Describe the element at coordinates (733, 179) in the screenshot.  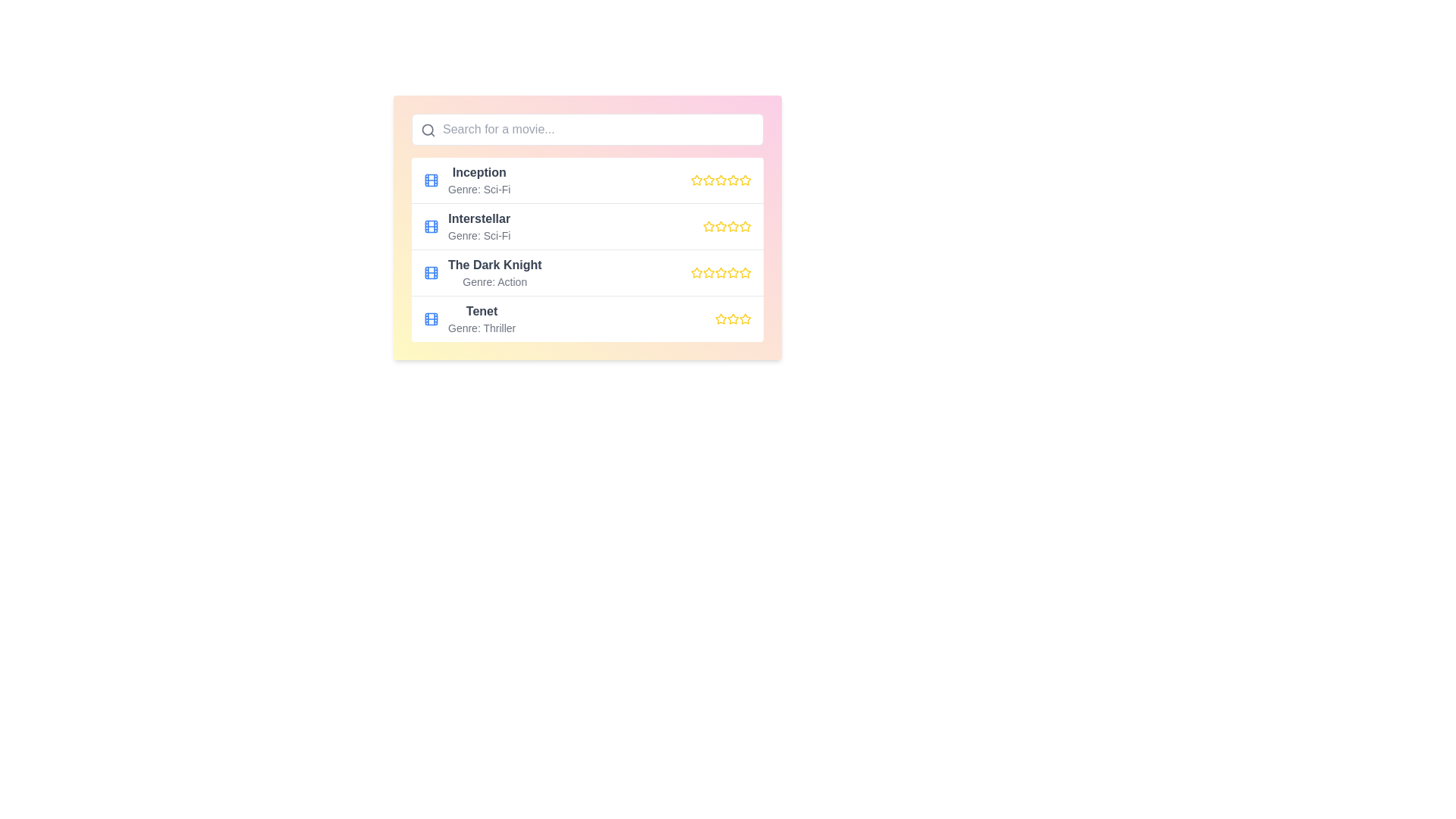
I see `the fourth star in the 5-star rating system for the movie 'Inception'` at that location.